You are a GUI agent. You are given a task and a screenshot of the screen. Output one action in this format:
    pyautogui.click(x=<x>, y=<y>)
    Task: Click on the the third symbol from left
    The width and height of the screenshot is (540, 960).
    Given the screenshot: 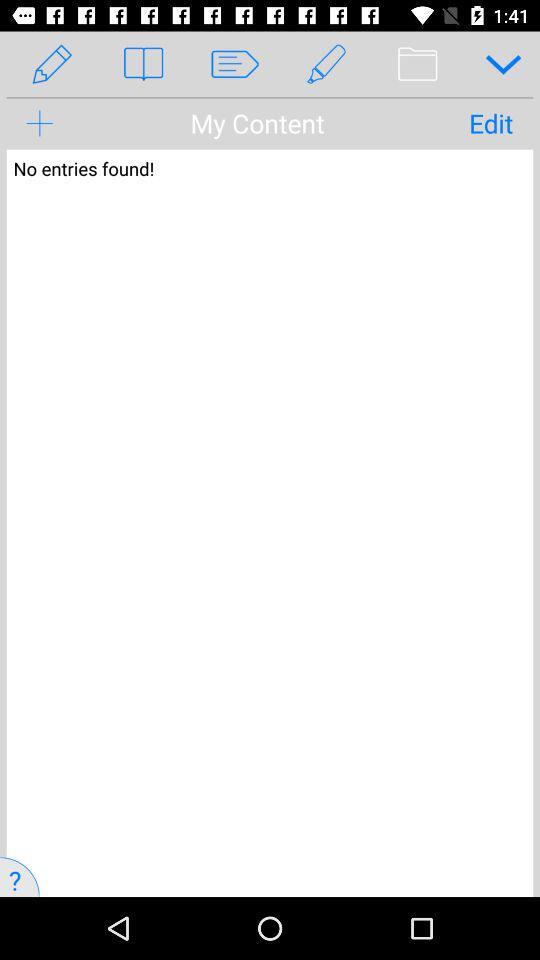 What is the action you would take?
    pyautogui.click(x=234, y=64)
    